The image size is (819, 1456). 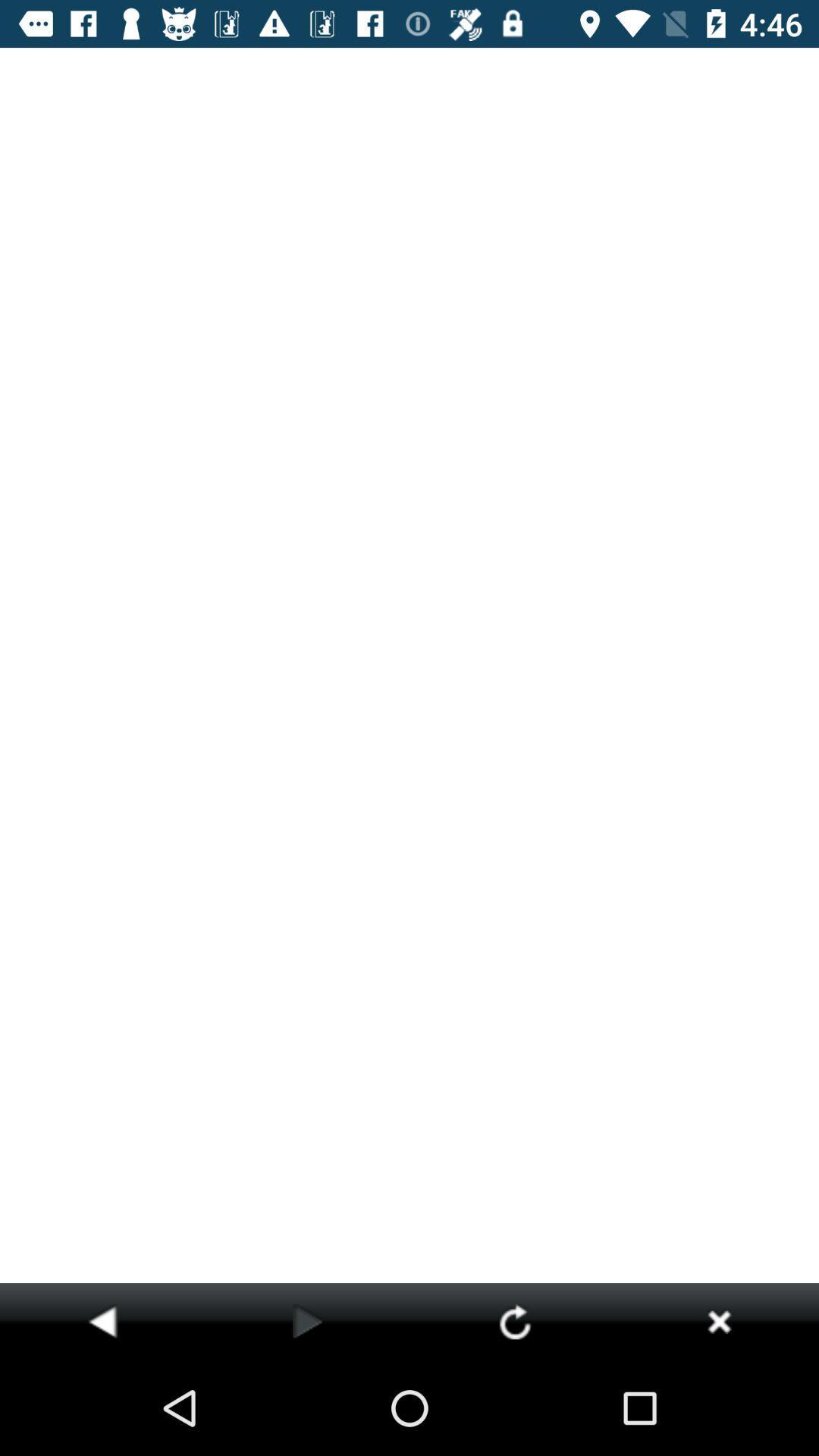 What do you see at coordinates (102, 1320) in the screenshot?
I see `item at the bottom left corner` at bounding box center [102, 1320].